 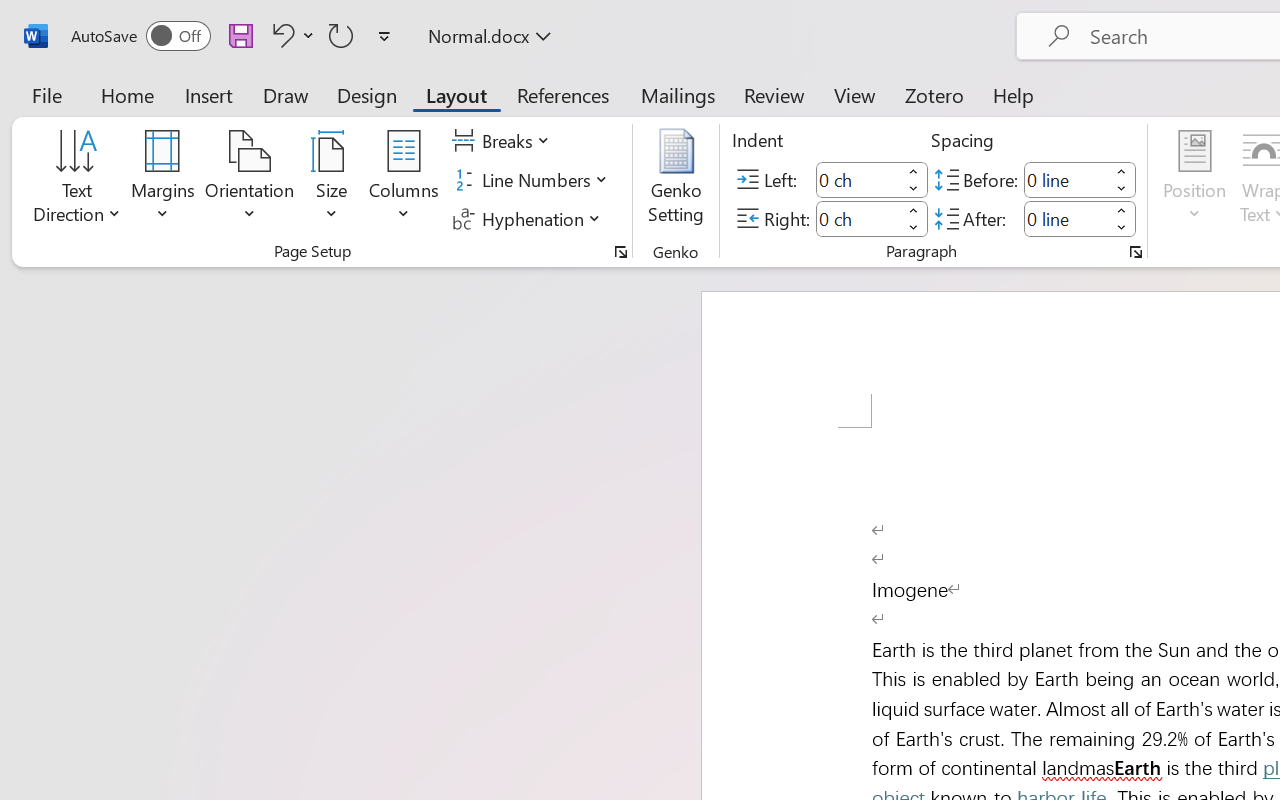 I want to click on 'Size', so click(x=332, y=179).